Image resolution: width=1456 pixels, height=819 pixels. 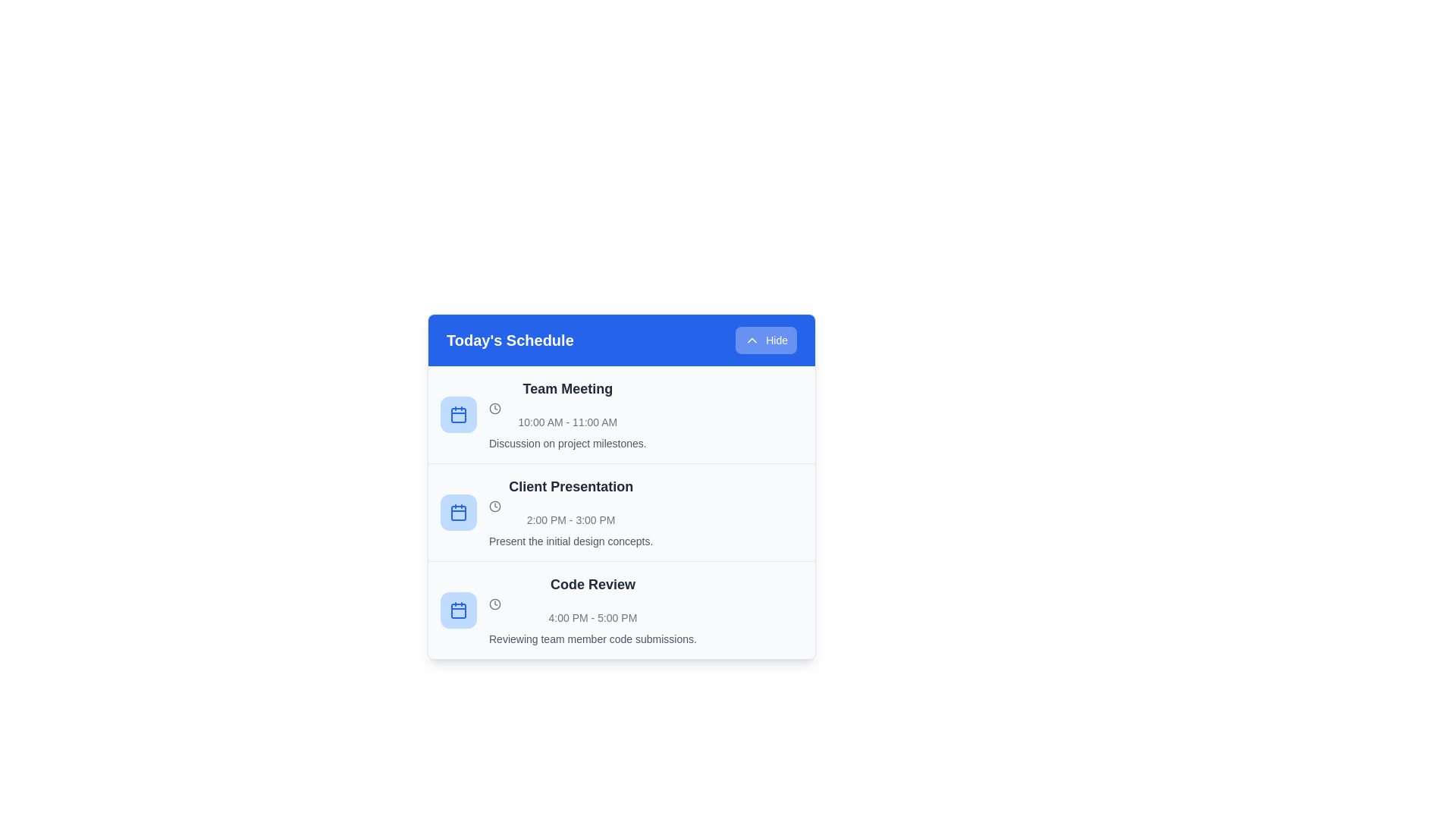 What do you see at coordinates (592, 584) in the screenshot?
I see `the large, bold title text label that reads 'Code Review', which is centrally aligned and changes color on hover` at bounding box center [592, 584].